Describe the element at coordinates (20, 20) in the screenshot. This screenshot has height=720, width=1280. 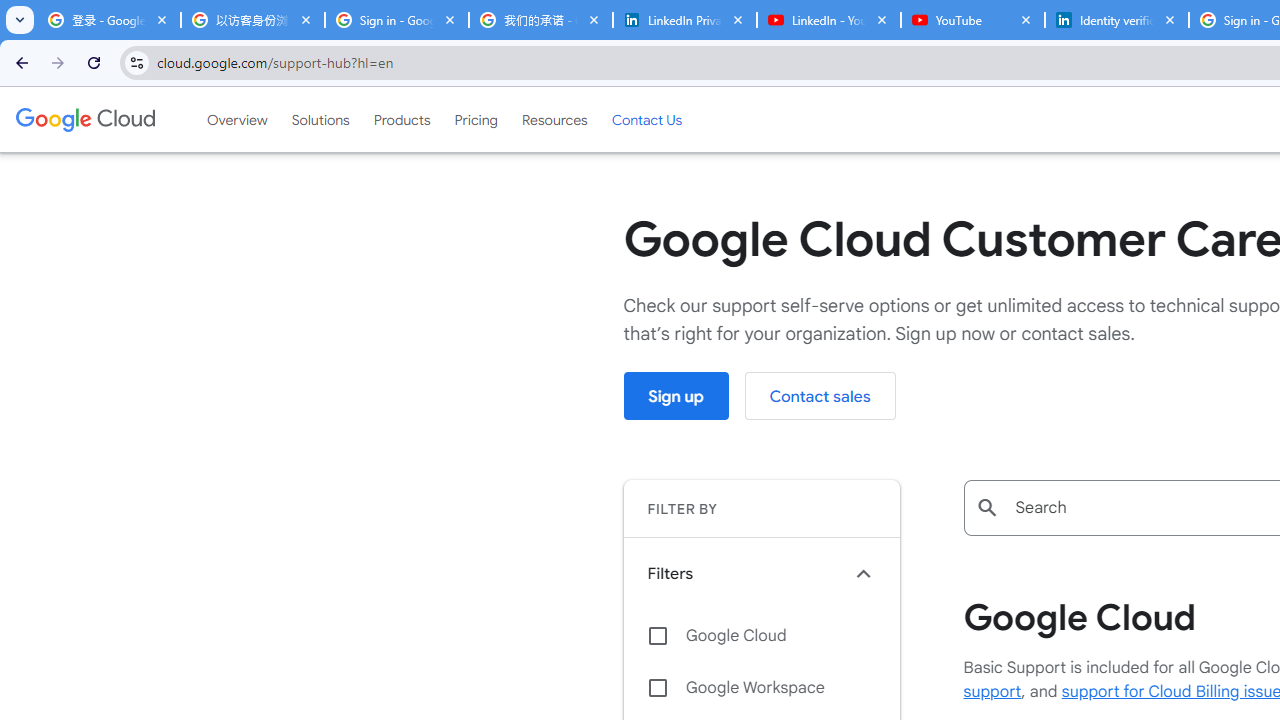
I see `'Search tabs'` at that location.